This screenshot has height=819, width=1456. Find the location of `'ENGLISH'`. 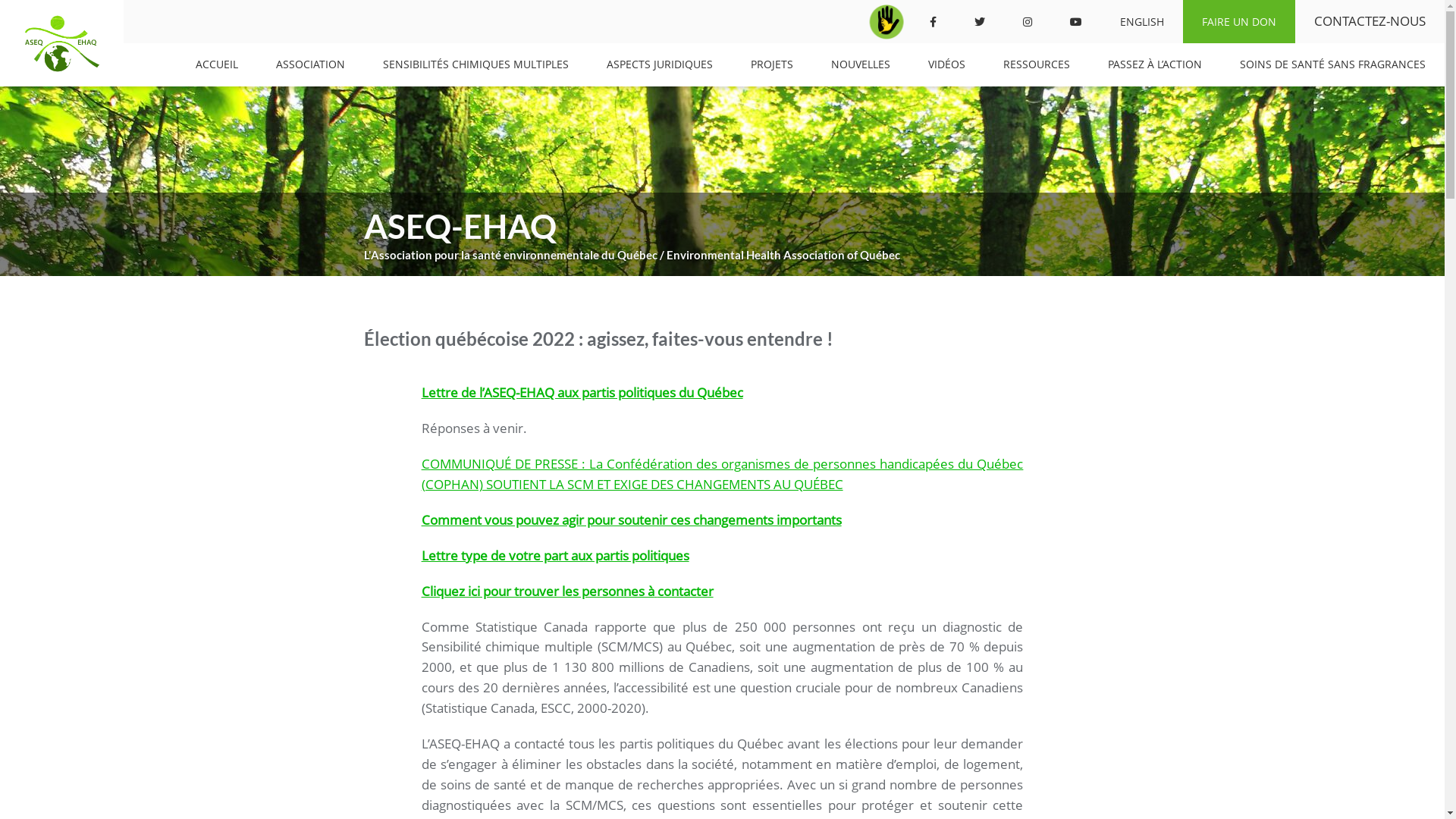

'ENGLISH' is located at coordinates (1100, 21).